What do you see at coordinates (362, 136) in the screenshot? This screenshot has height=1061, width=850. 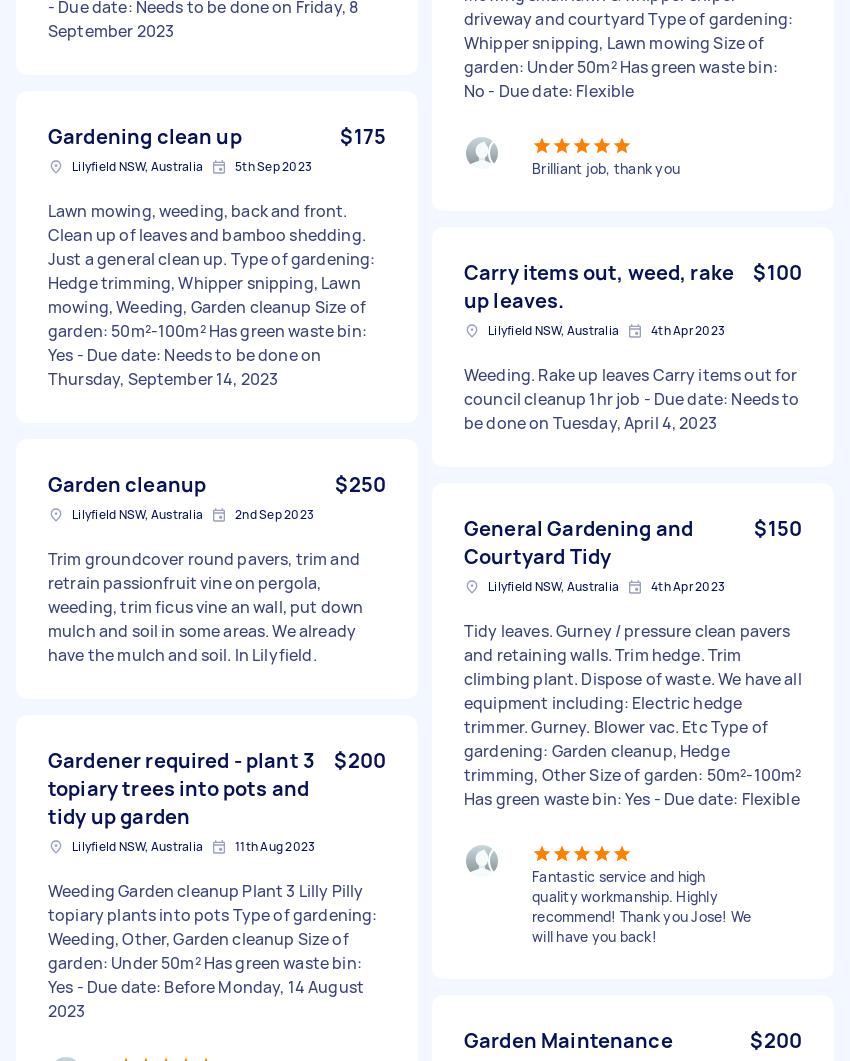 I see `'$175'` at bounding box center [362, 136].